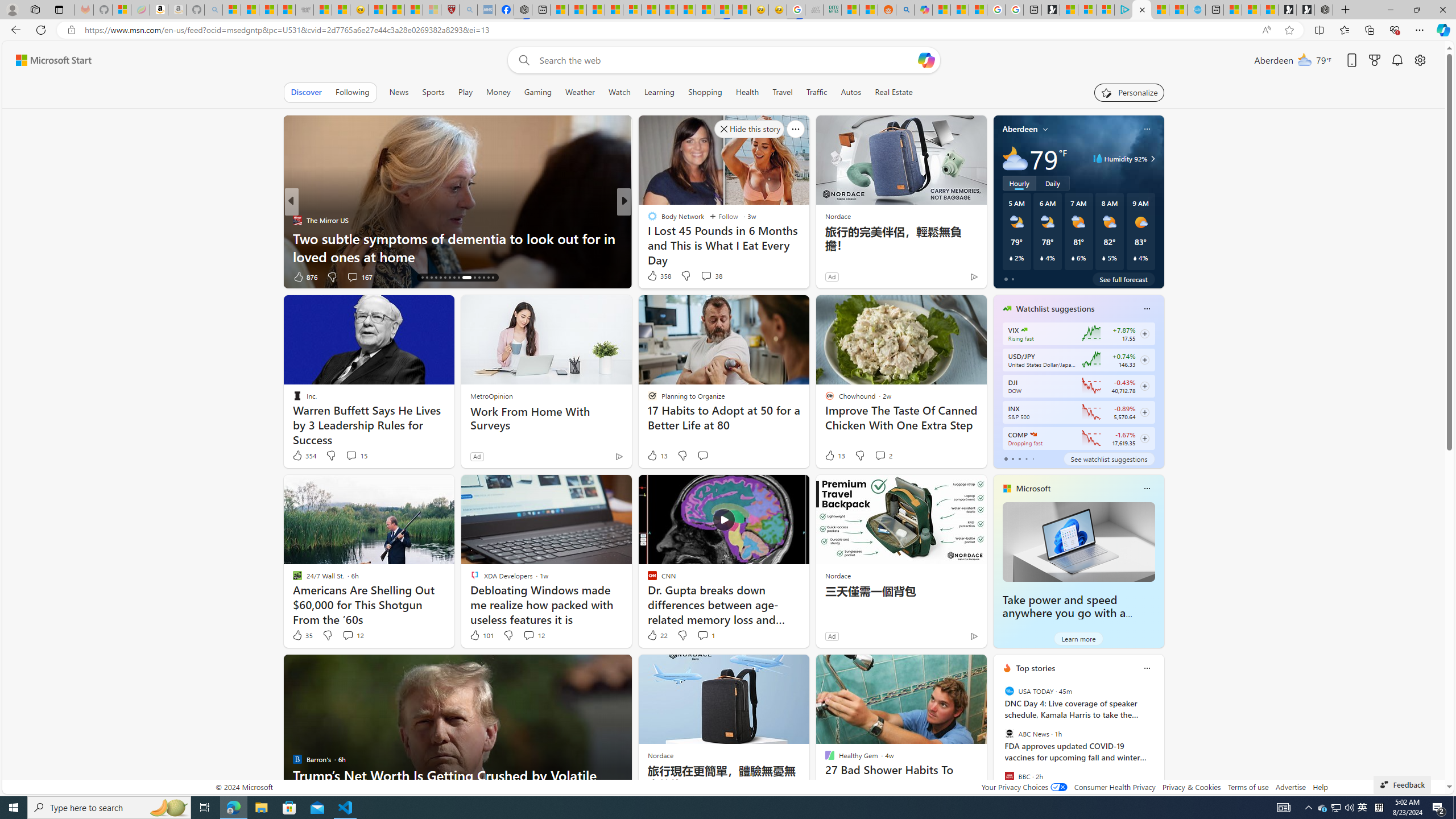  Describe the element at coordinates (53, 60) in the screenshot. I see `'Microsoft Start'` at that location.